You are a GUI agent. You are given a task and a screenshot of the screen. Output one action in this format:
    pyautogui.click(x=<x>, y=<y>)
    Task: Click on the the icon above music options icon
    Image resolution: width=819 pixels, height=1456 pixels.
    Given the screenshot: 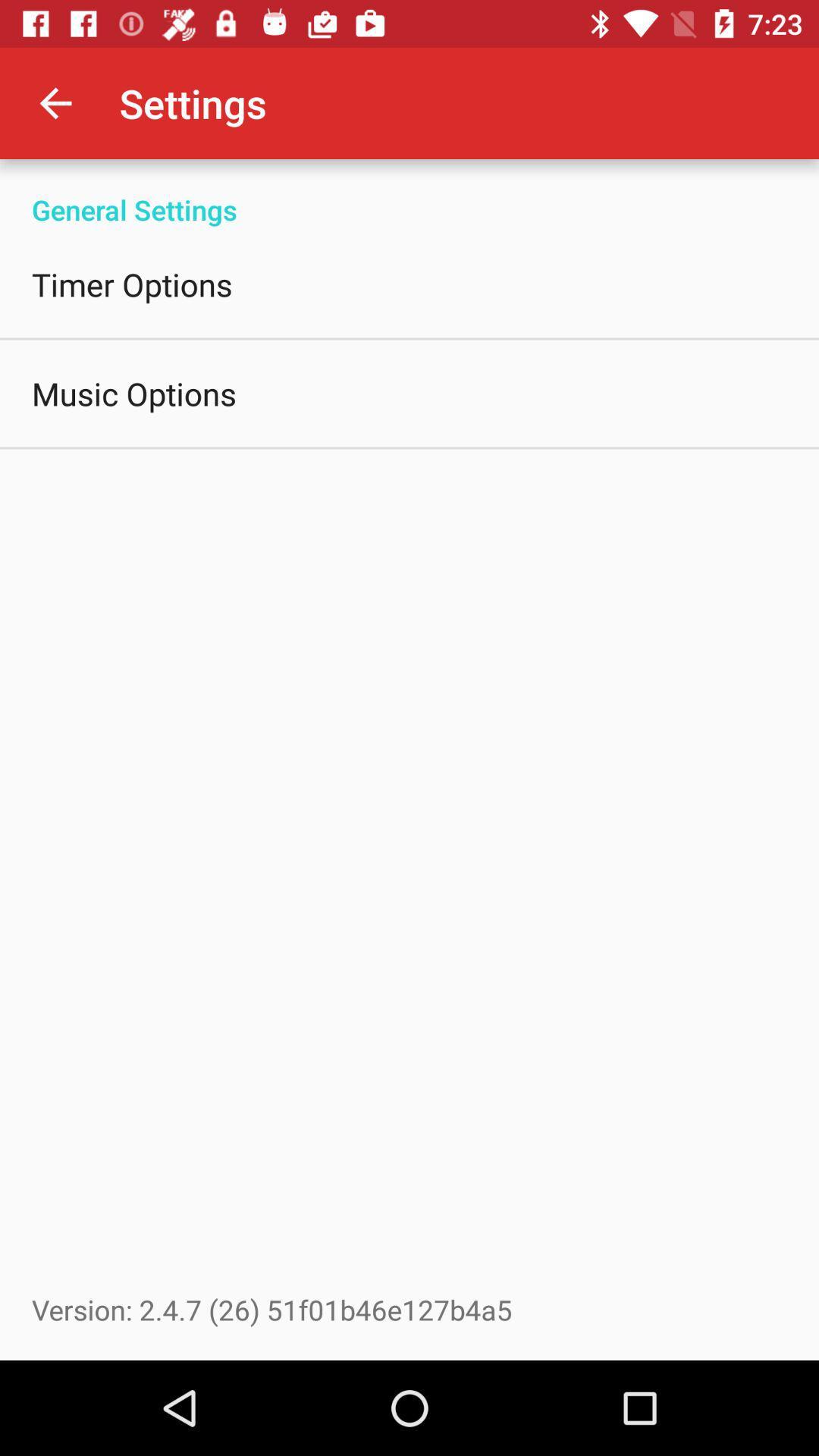 What is the action you would take?
    pyautogui.click(x=131, y=284)
    